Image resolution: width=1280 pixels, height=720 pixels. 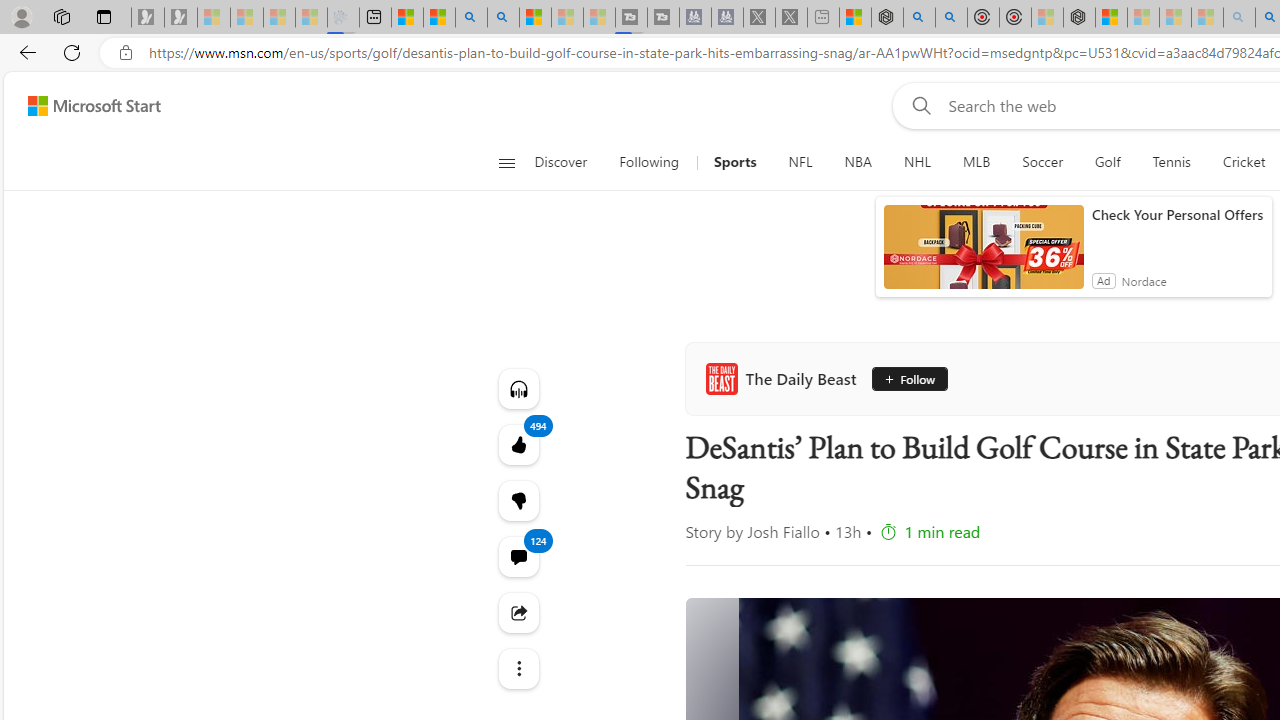 What do you see at coordinates (950, 17) in the screenshot?
I see `'poe ++ standard - Search'` at bounding box center [950, 17].